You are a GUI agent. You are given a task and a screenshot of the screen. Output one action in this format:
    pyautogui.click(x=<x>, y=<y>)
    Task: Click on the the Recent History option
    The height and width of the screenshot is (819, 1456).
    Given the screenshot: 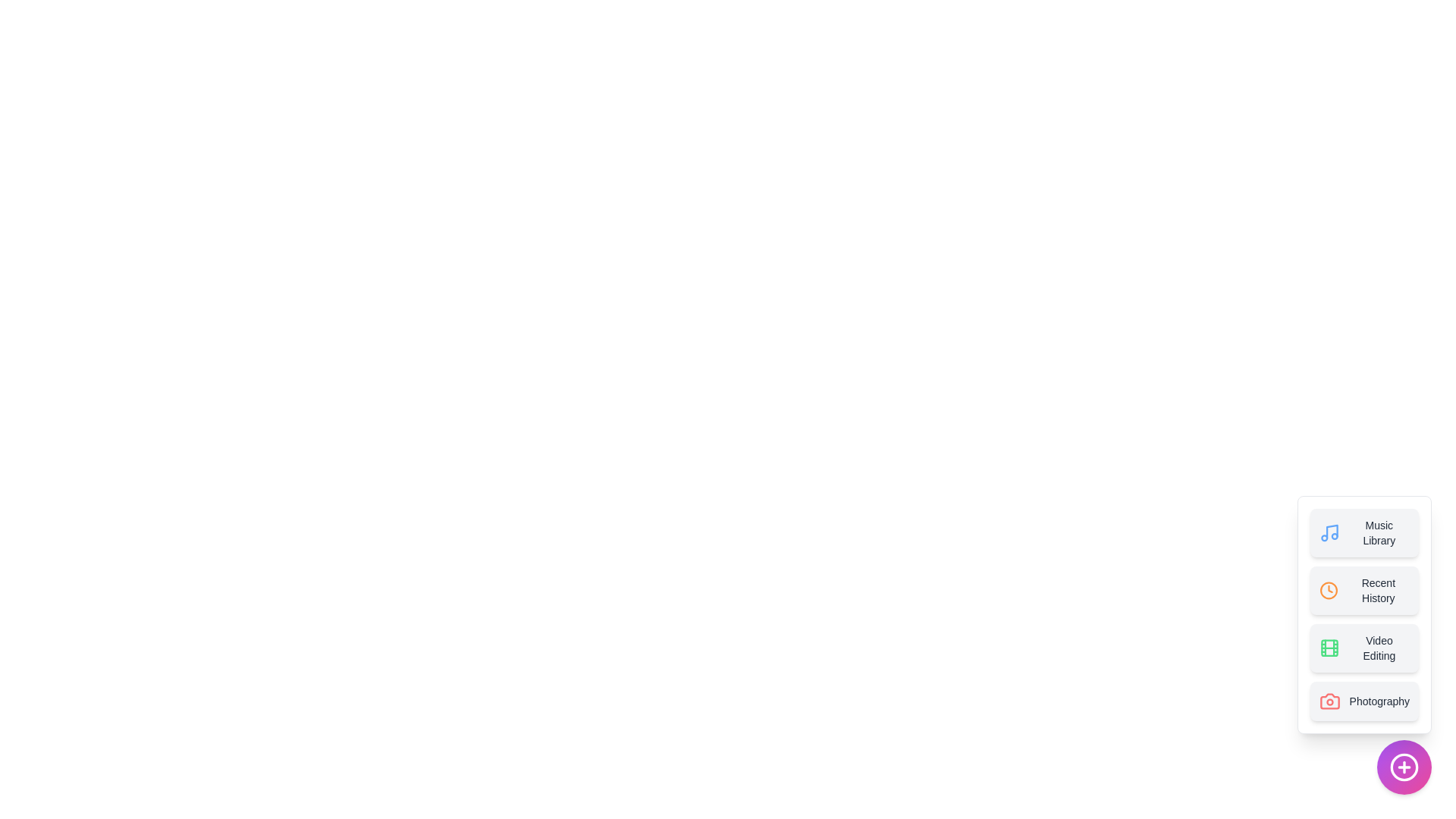 What is the action you would take?
    pyautogui.click(x=1364, y=590)
    